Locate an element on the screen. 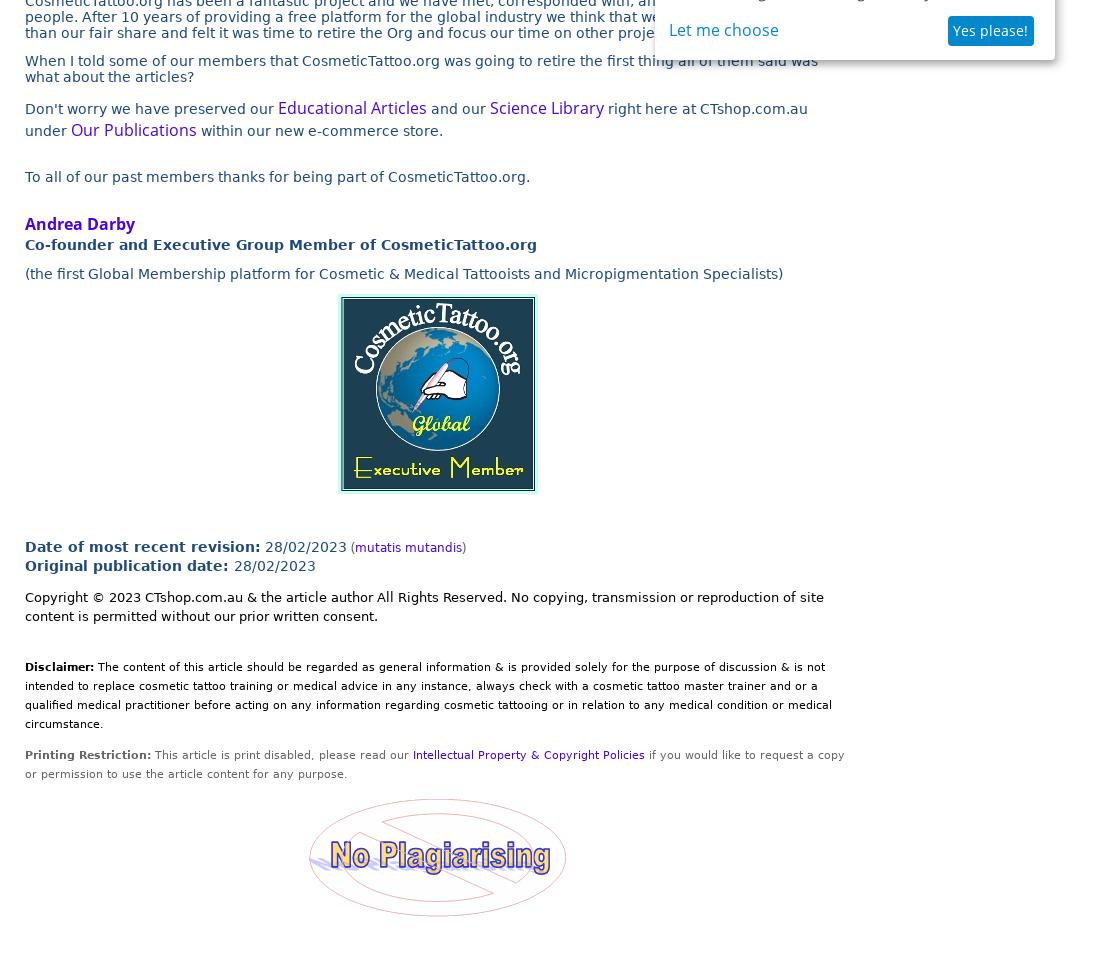 The width and height of the screenshot is (1096, 960). 'Educational Articles' is located at coordinates (276, 107).